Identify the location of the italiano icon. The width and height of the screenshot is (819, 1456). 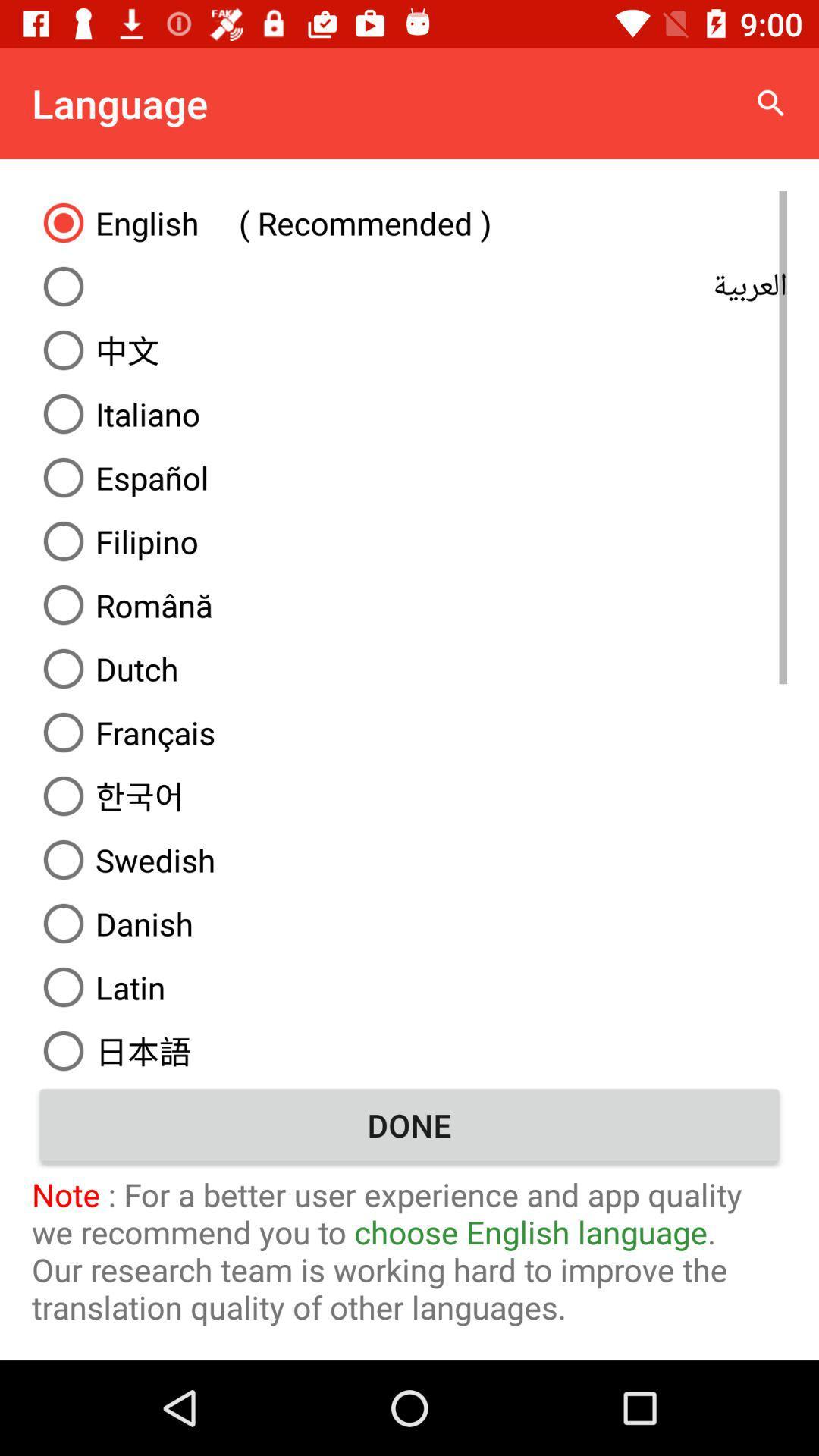
(409, 414).